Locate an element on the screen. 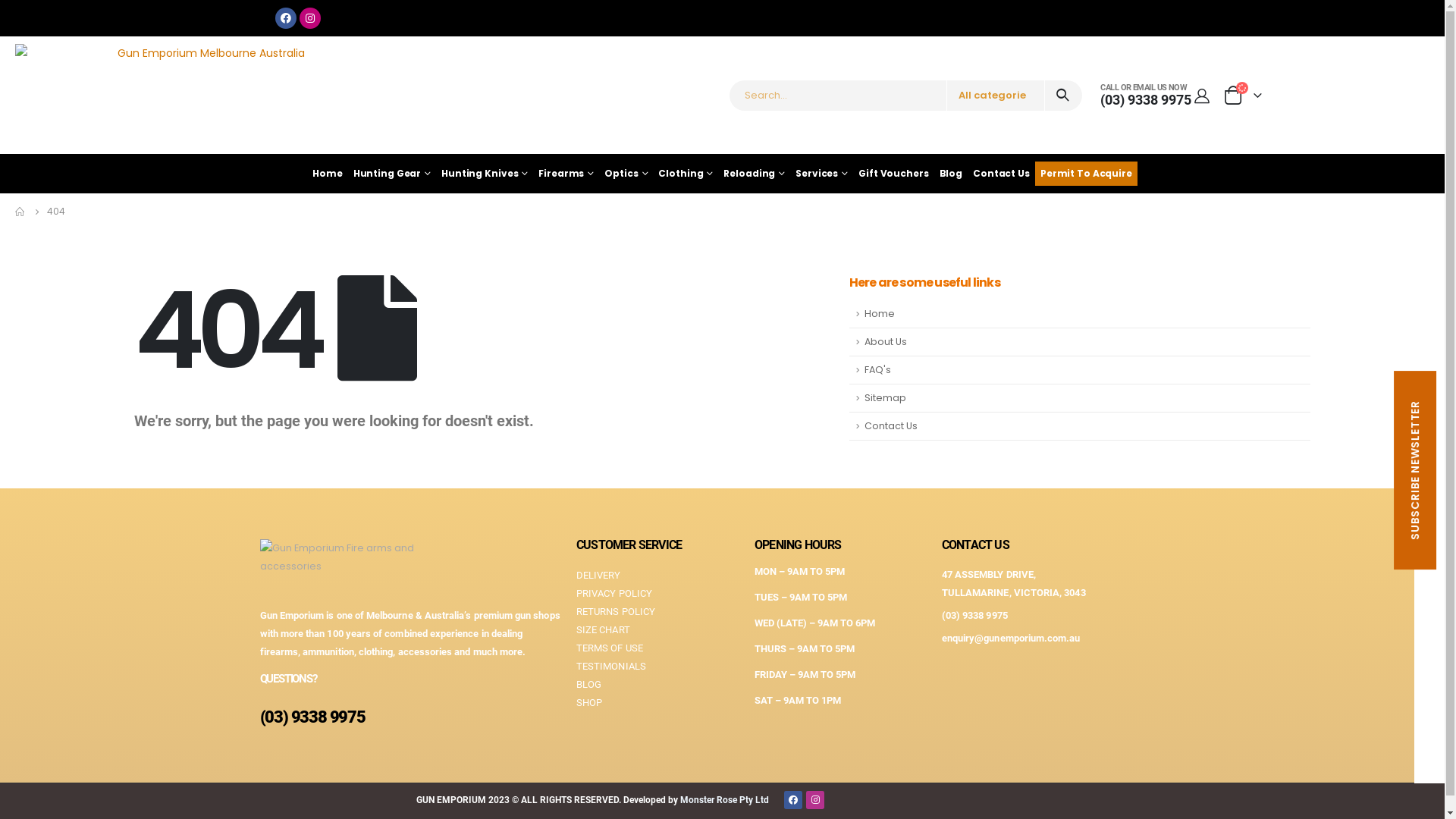  'Search' is located at coordinates (1062, 96).